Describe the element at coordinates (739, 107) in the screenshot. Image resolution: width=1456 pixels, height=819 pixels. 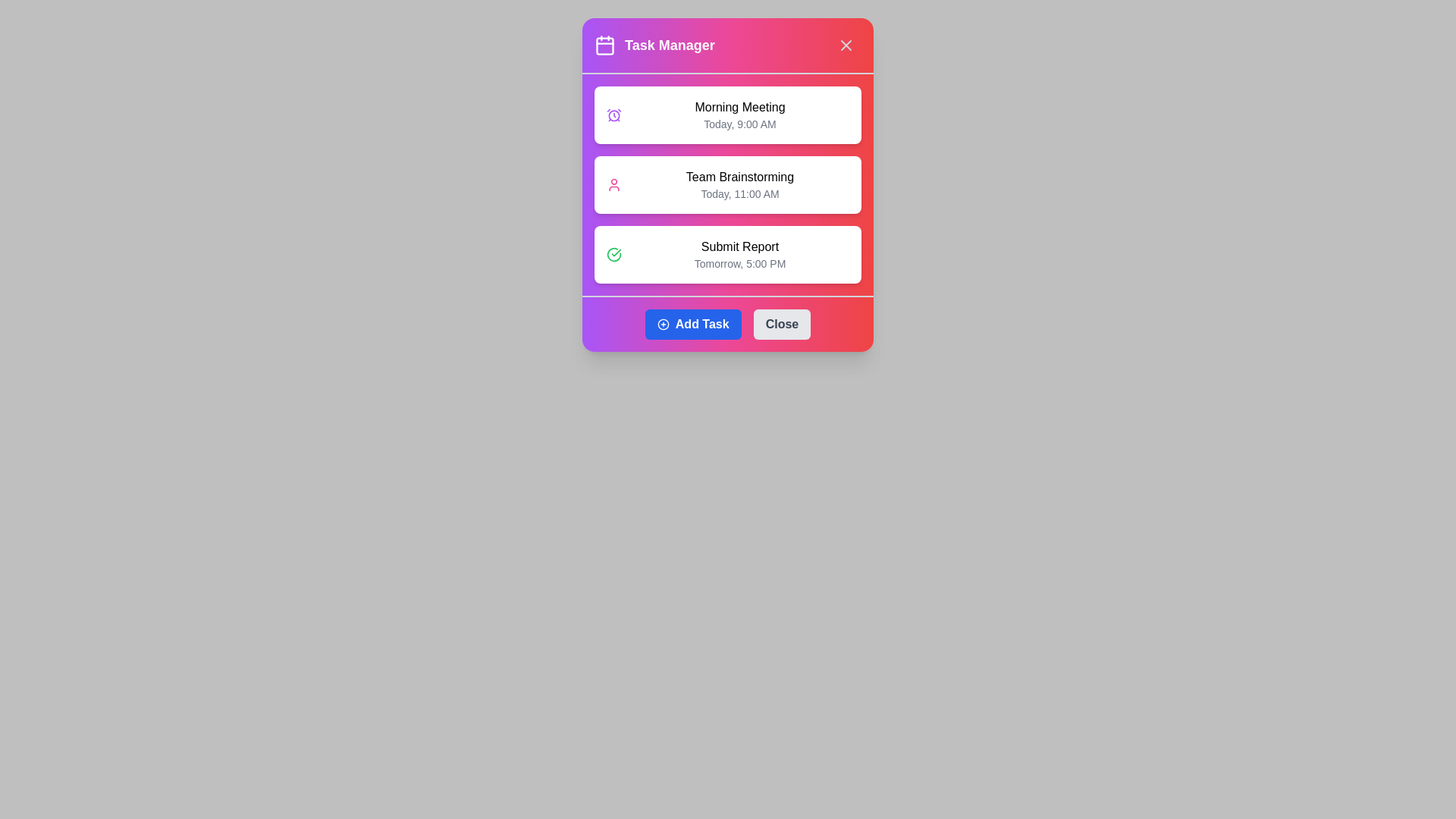
I see `the 'Morning Meeting' text label located at the top of the event card in the 'Task Manager' modal` at that location.